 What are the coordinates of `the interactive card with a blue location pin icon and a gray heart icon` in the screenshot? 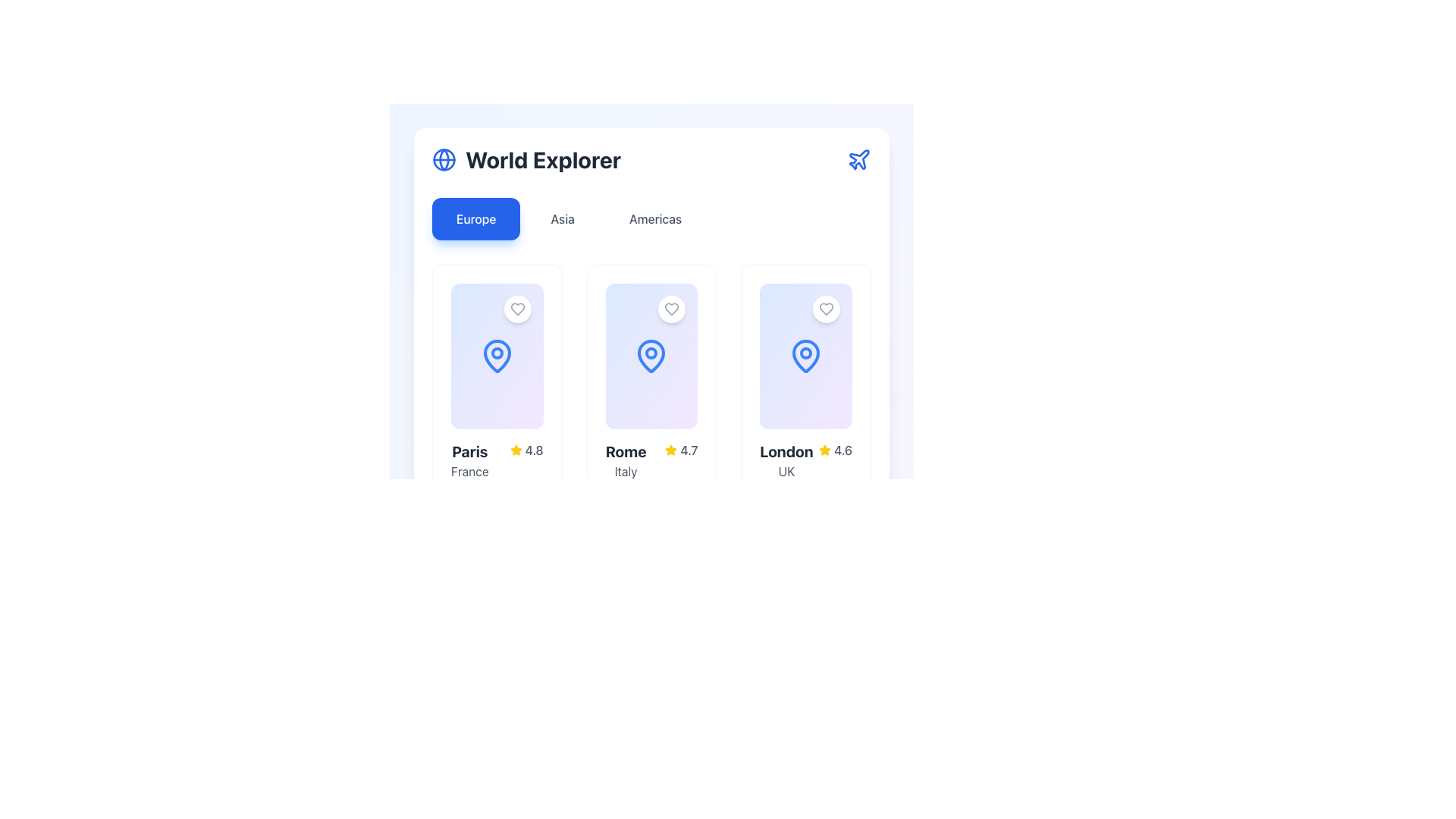 It's located at (651, 356).